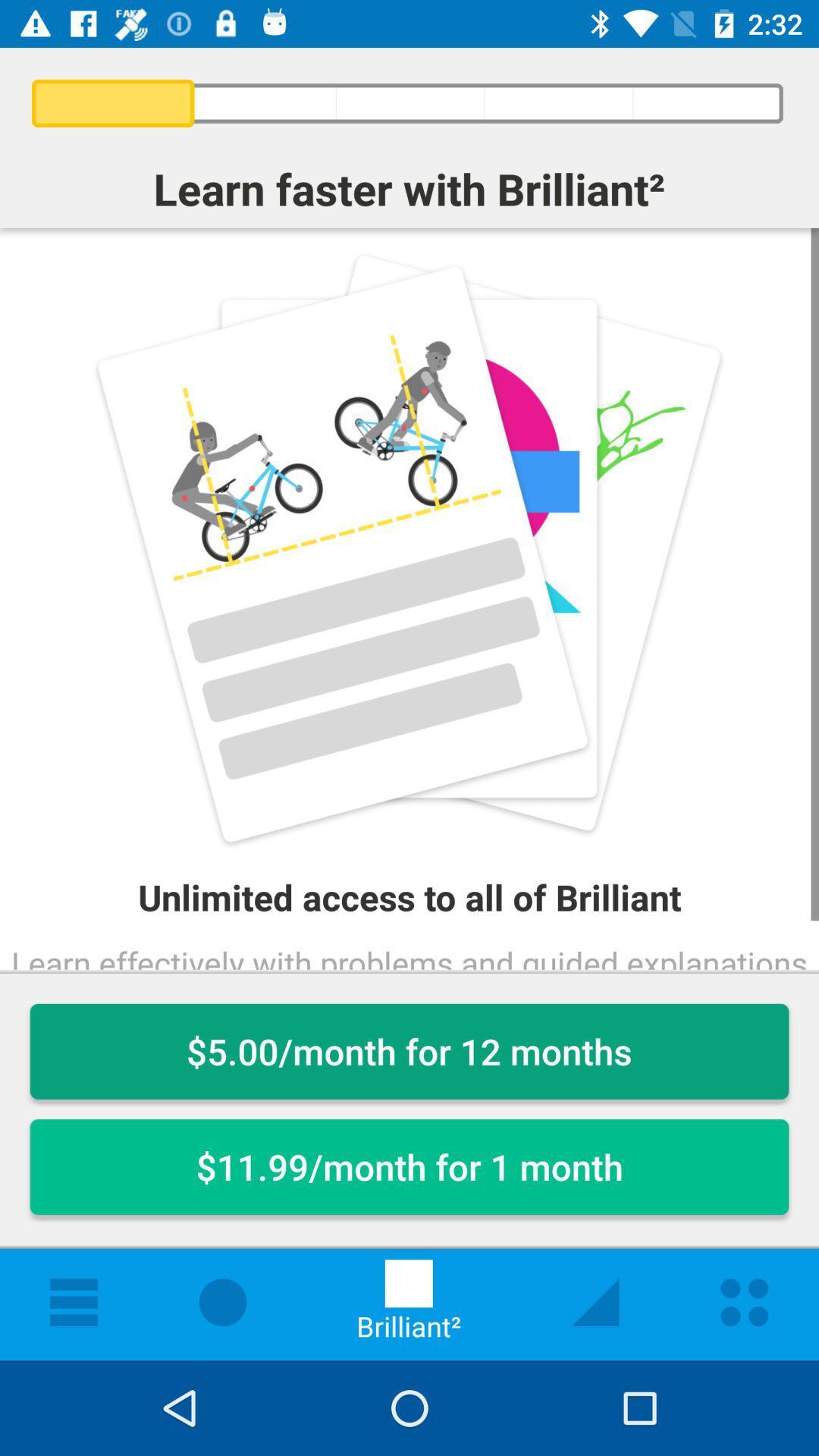  Describe the element at coordinates (595, 1301) in the screenshot. I see `the icon beside brilliant 2` at that location.